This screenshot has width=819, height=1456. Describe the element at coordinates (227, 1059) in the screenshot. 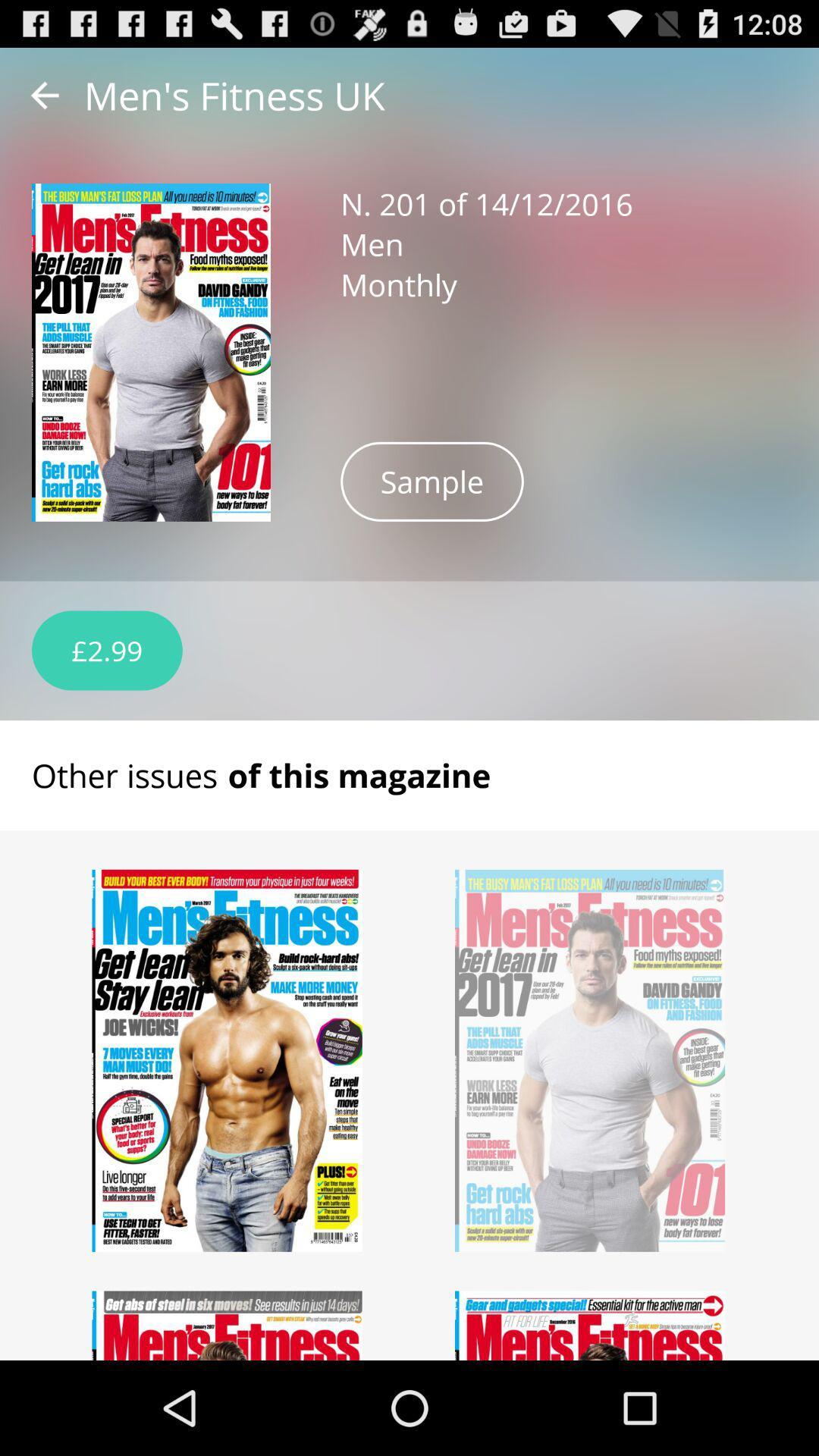

I see `magazine issue` at that location.